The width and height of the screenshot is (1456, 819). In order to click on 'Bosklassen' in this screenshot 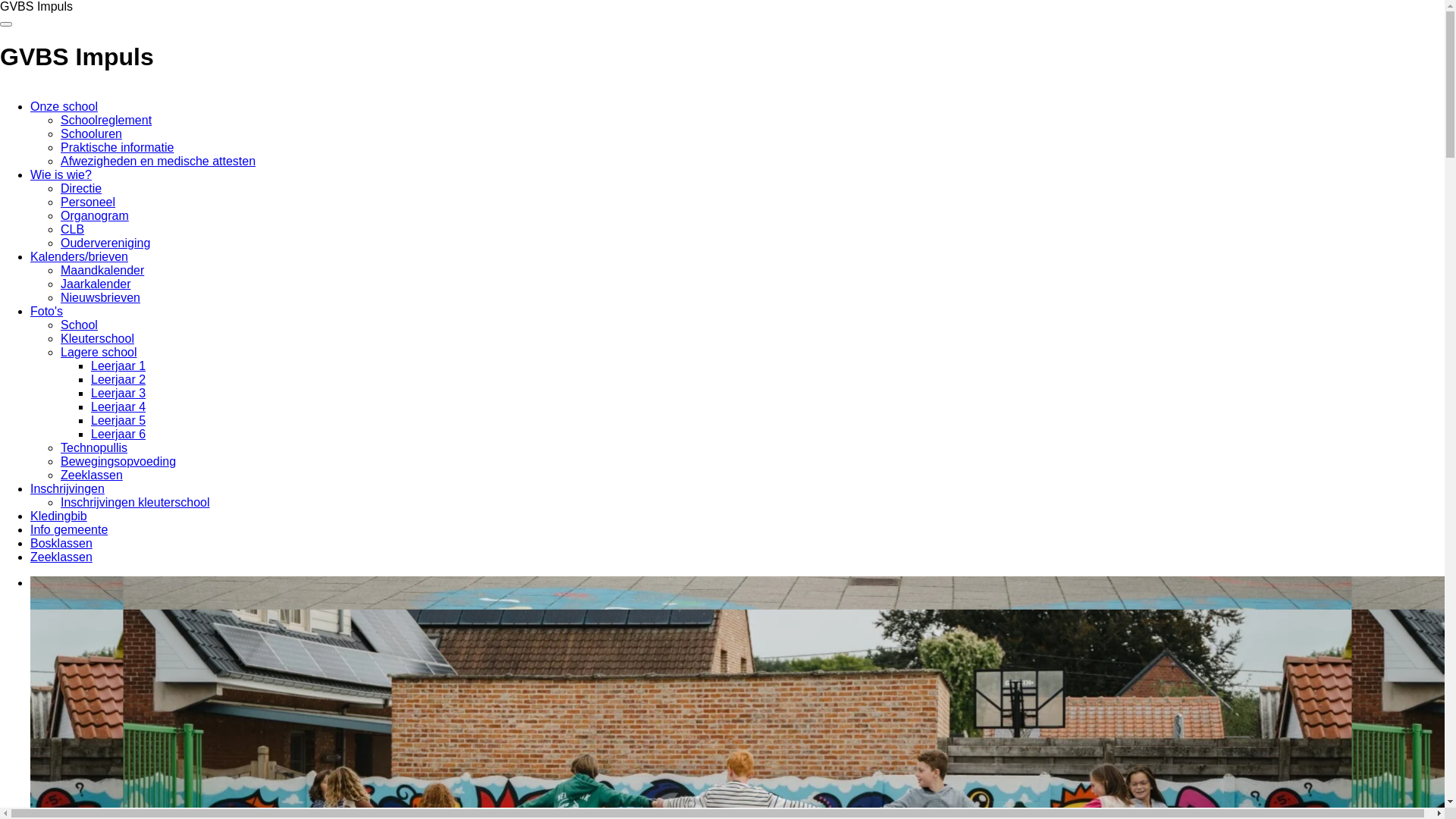, I will do `click(61, 542)`.